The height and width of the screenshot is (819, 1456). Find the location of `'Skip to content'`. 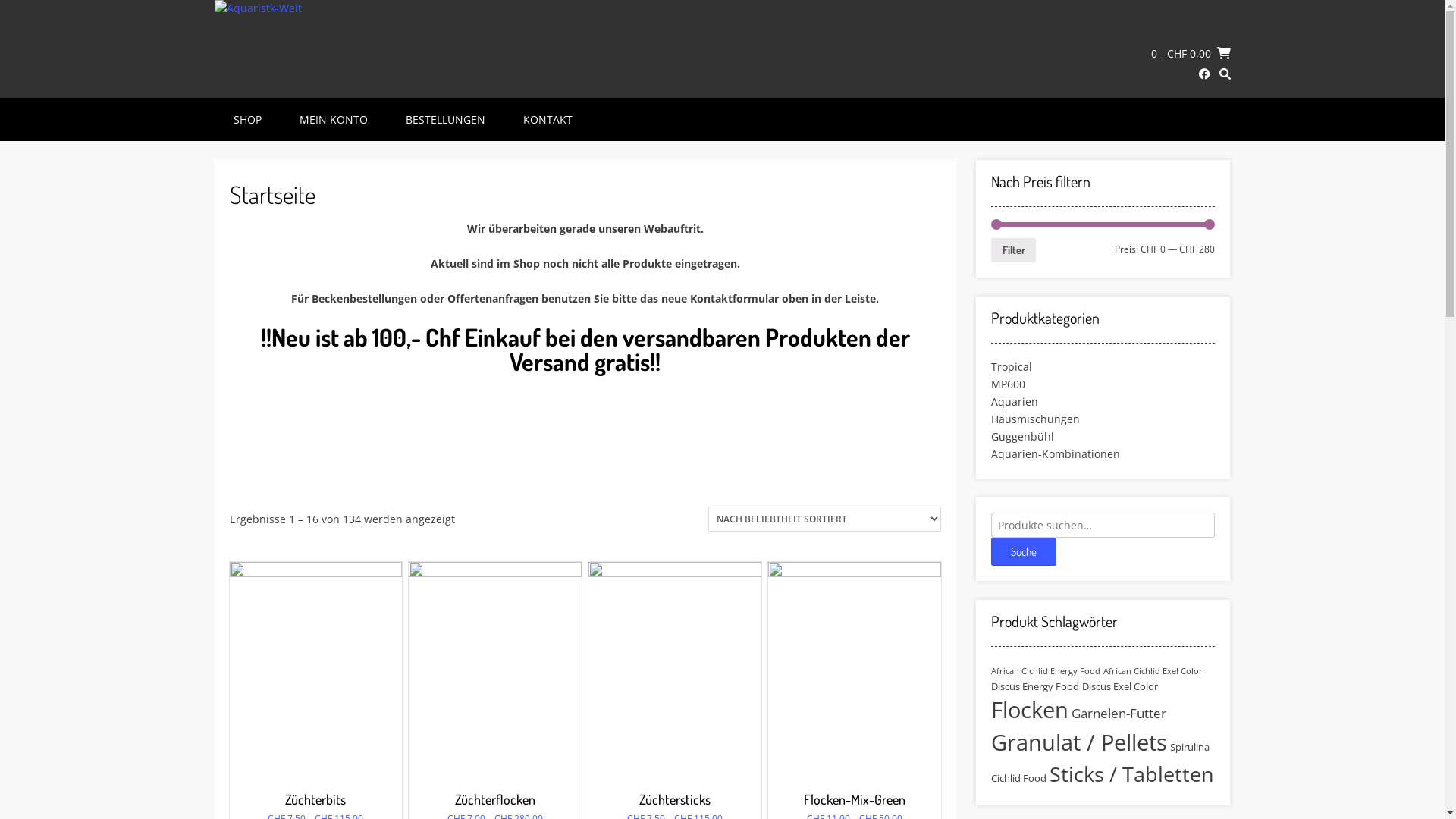

'Skip to content' is located at coordinates (0, 0).